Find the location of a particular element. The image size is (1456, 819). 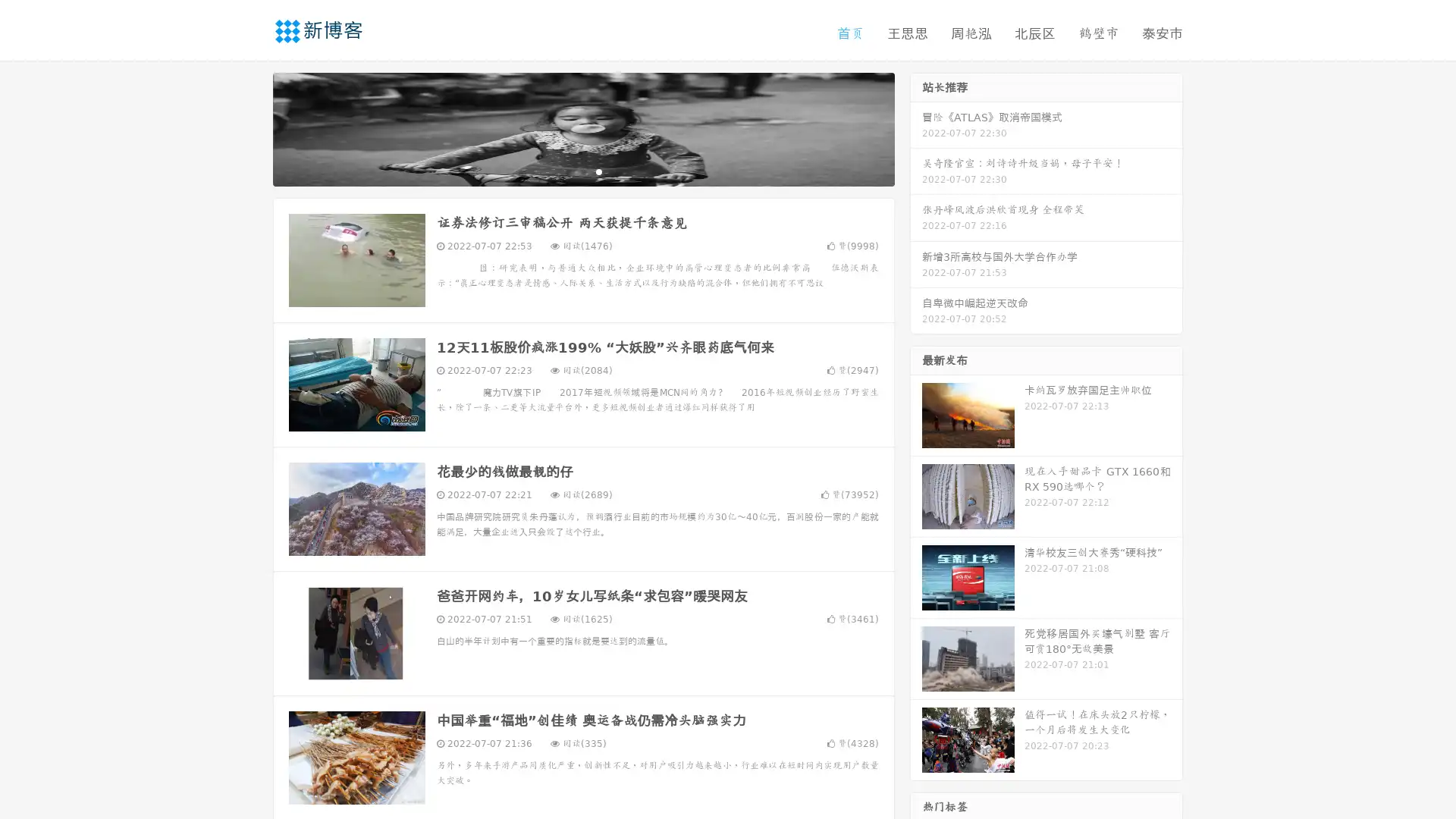

Previous slide is located at coordinates (250, 127).